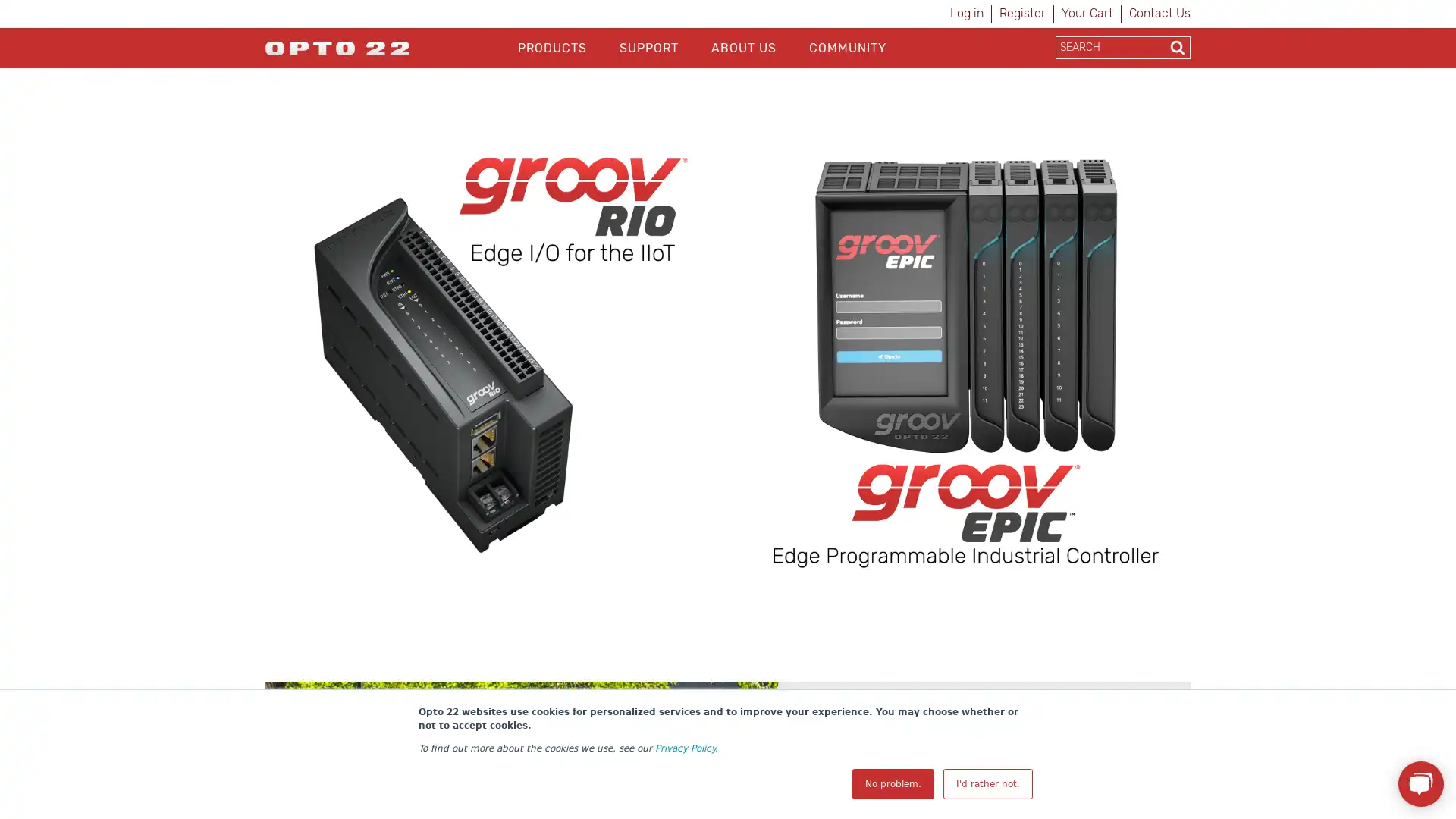 Image resolution: width=1456 pixels, height=819 pixels. What do you see at coordinates (1177, 45) in the screenshot?
I see `Search` at bounding box center [1177, 45].